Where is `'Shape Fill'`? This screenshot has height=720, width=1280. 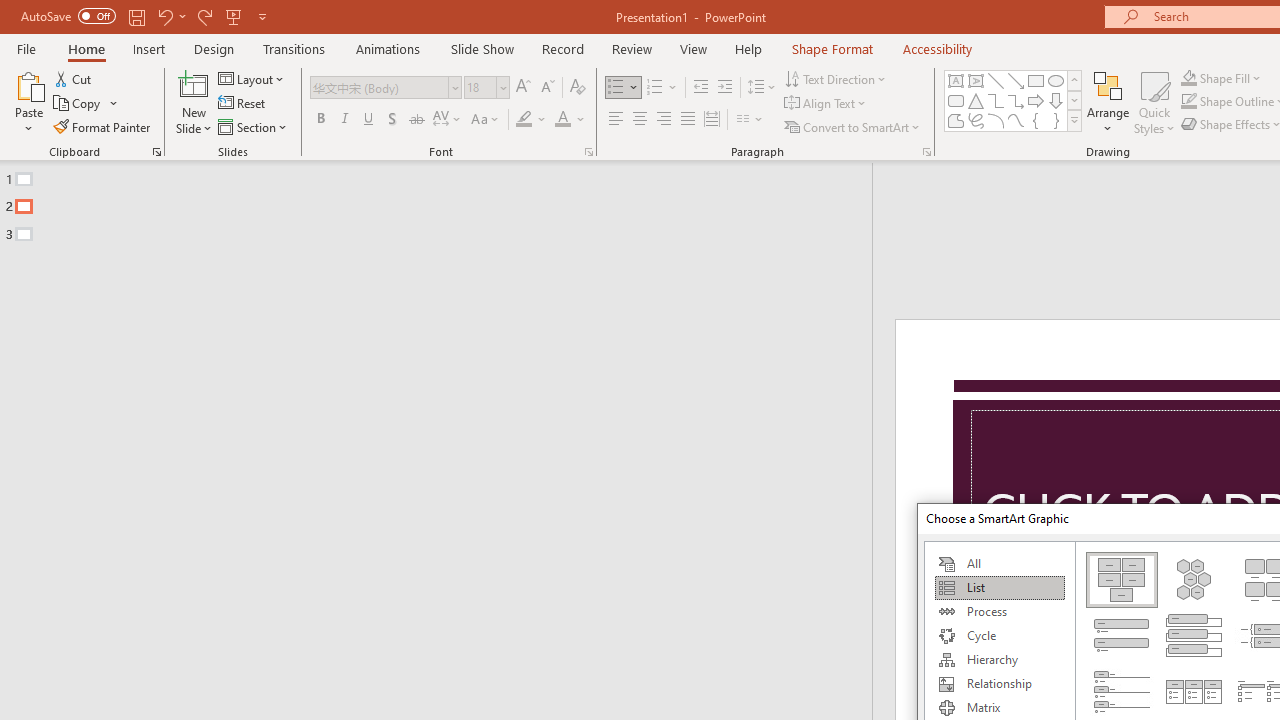
'Shape Fill' is located at coordinates (1220, 77).